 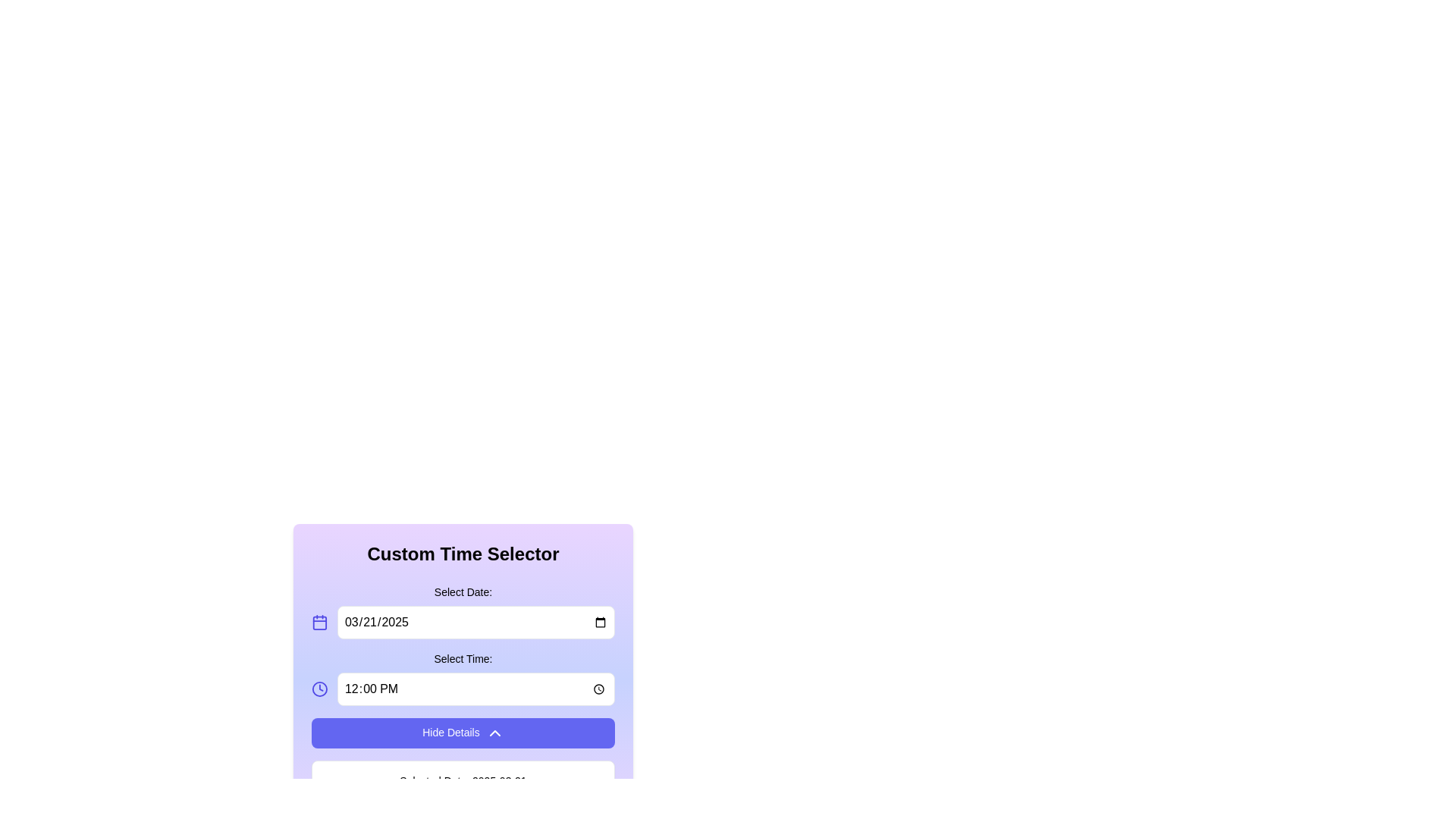 What do you see at coordinates (462, 657) in the screenshot?
I see `the text label that serves as a descriptor for the adjacent time picker input, which is centrally aligned and located above the time picker field in the form layout` at bounding box center [462, 657].